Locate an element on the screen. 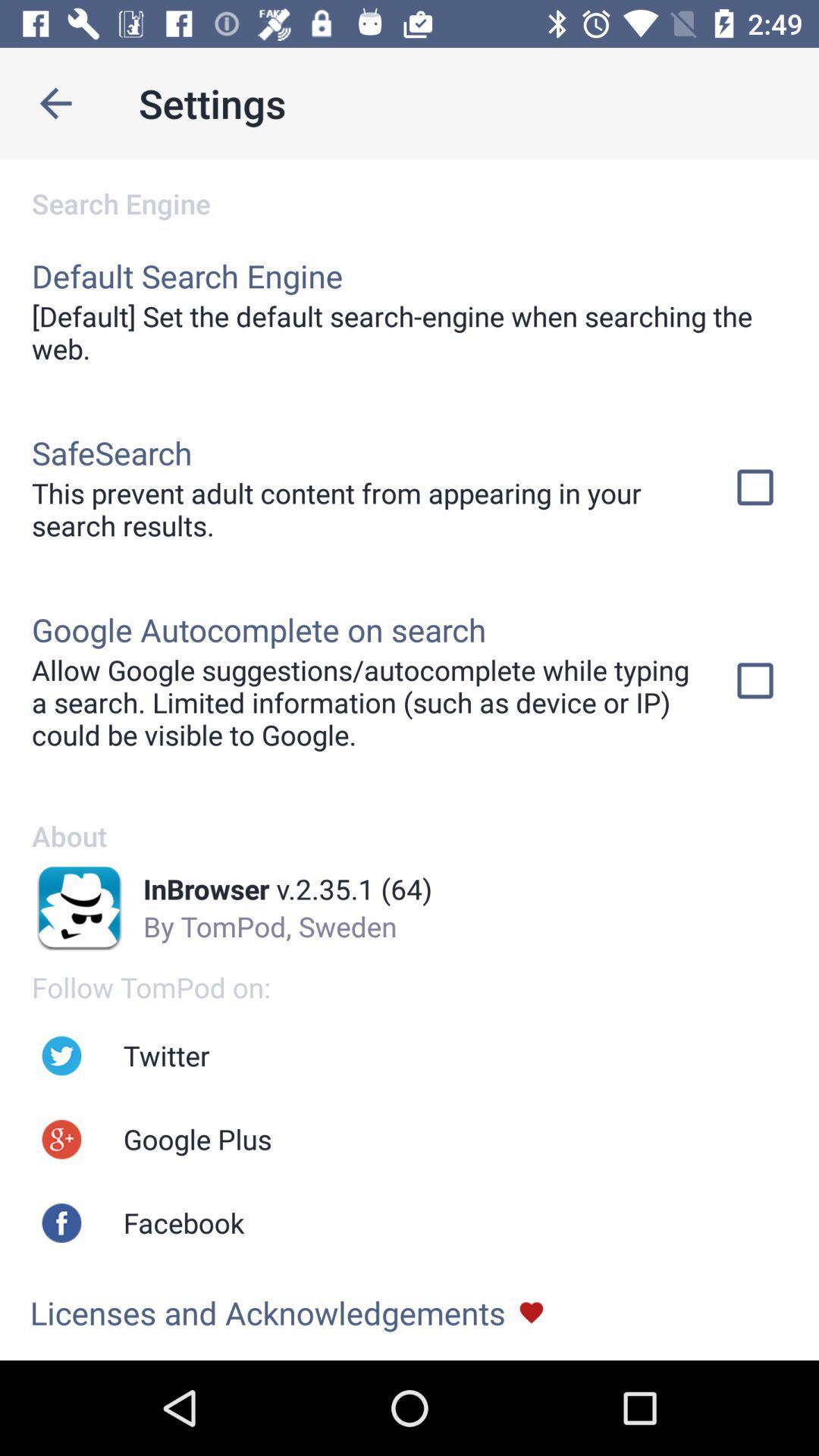 The image size is (819, 1456). the item above about icon is located at coordinates (362, 701).